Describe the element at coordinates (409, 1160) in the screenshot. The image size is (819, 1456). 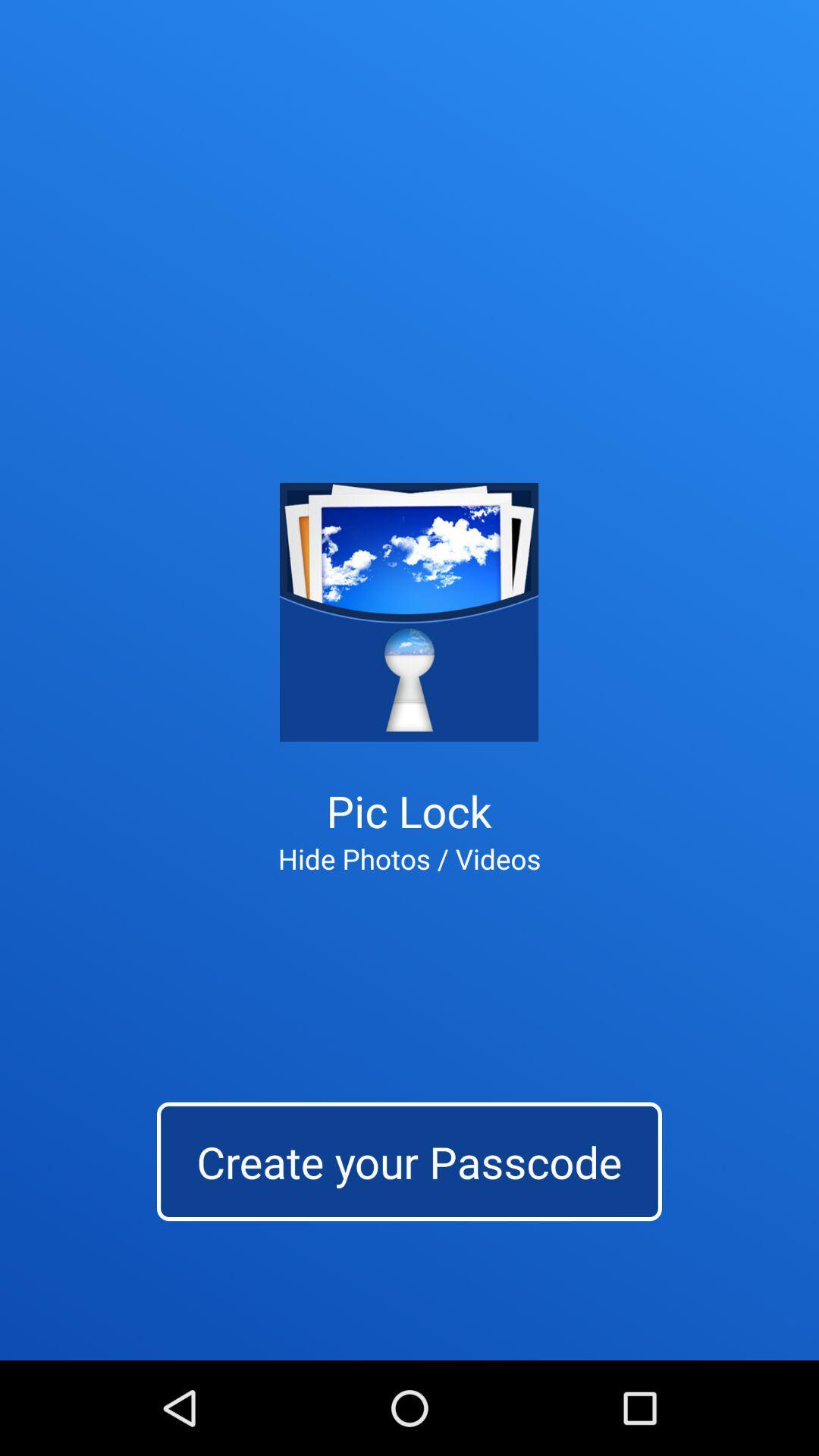
I see `the app below the hide photos / videos` at that location.